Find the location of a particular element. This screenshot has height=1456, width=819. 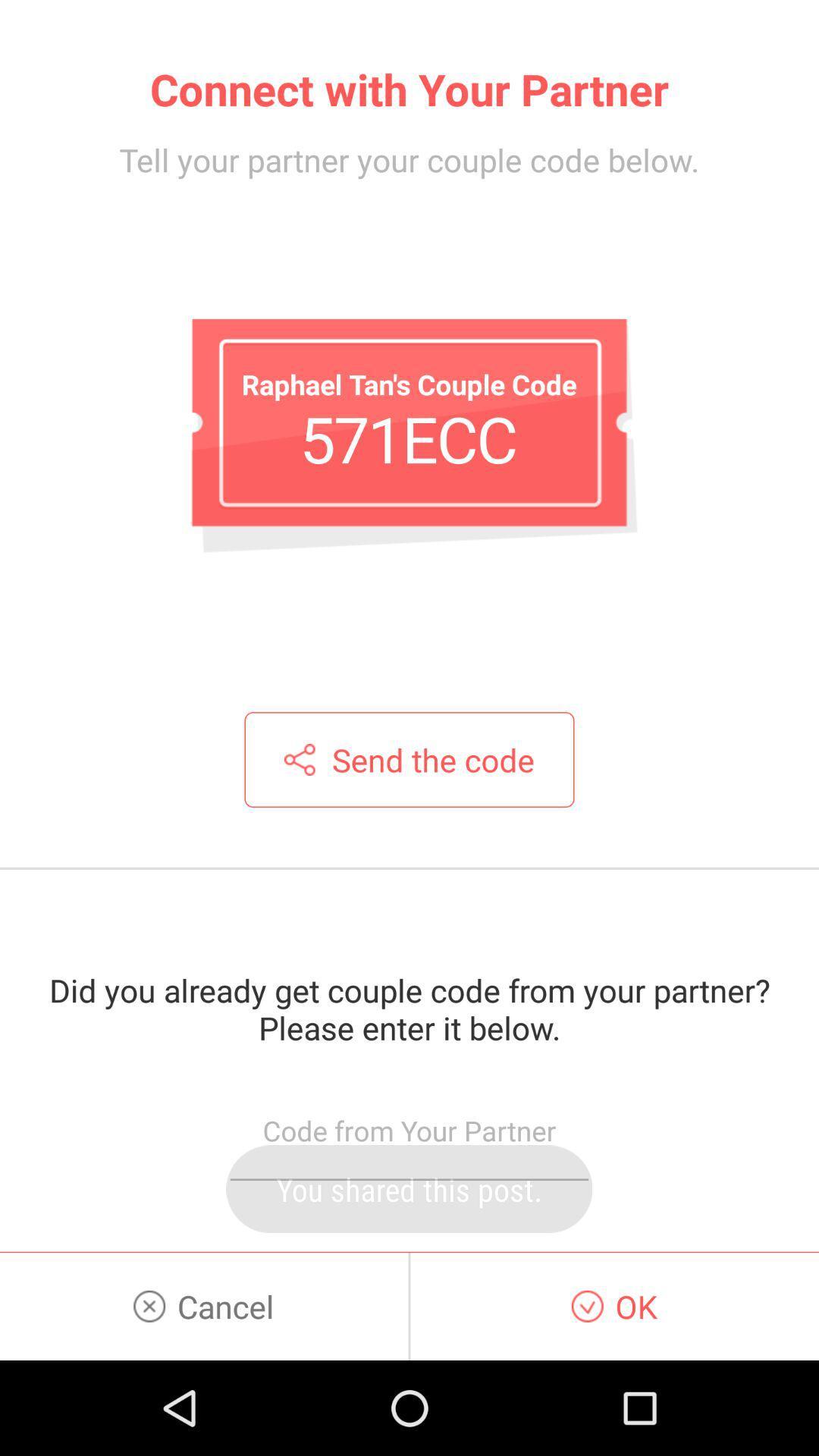

the send the code item is located at coordinates (409, 760).